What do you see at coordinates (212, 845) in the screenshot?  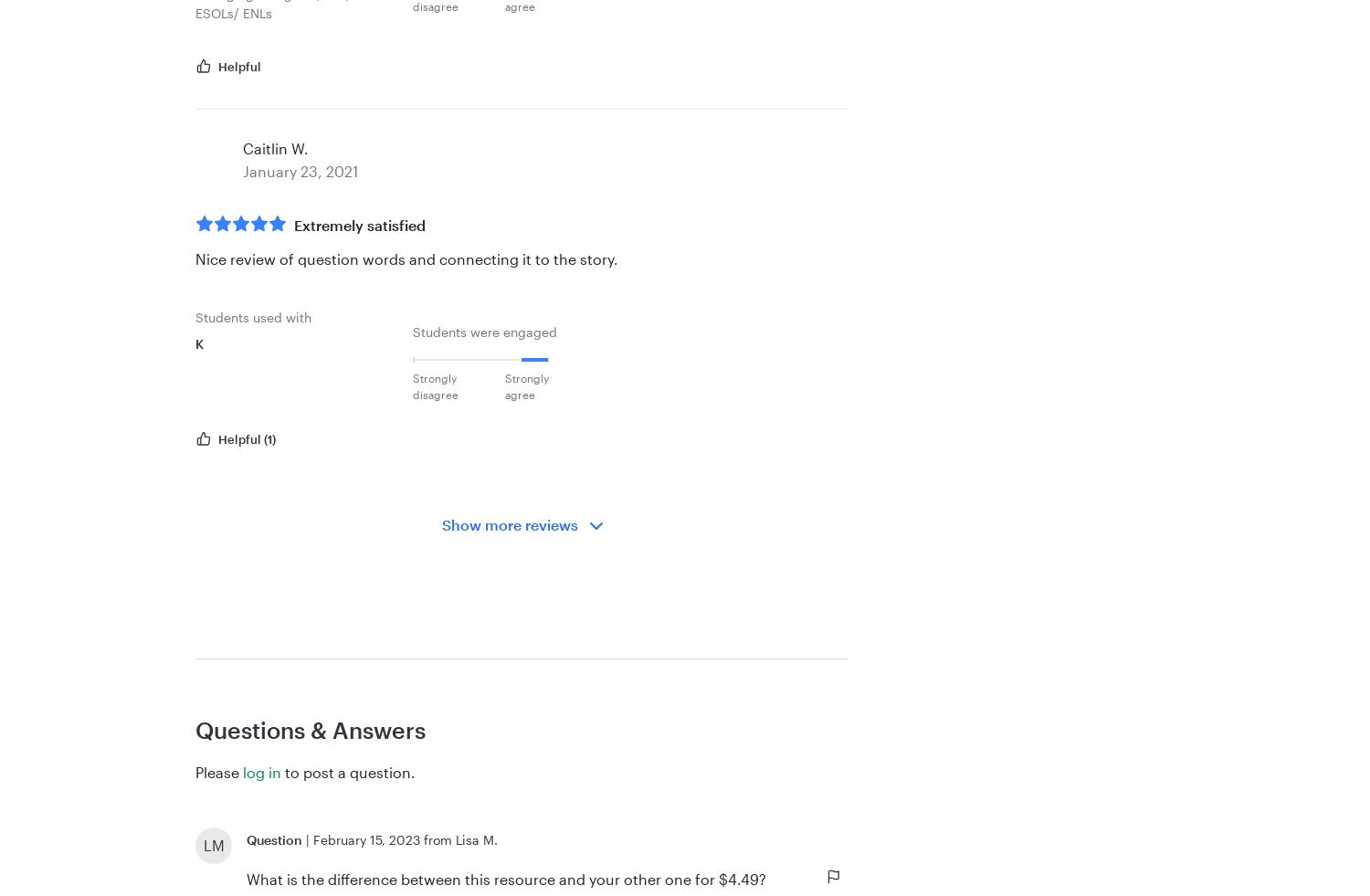 I see `'LM'` at bounding box center [212, 845].